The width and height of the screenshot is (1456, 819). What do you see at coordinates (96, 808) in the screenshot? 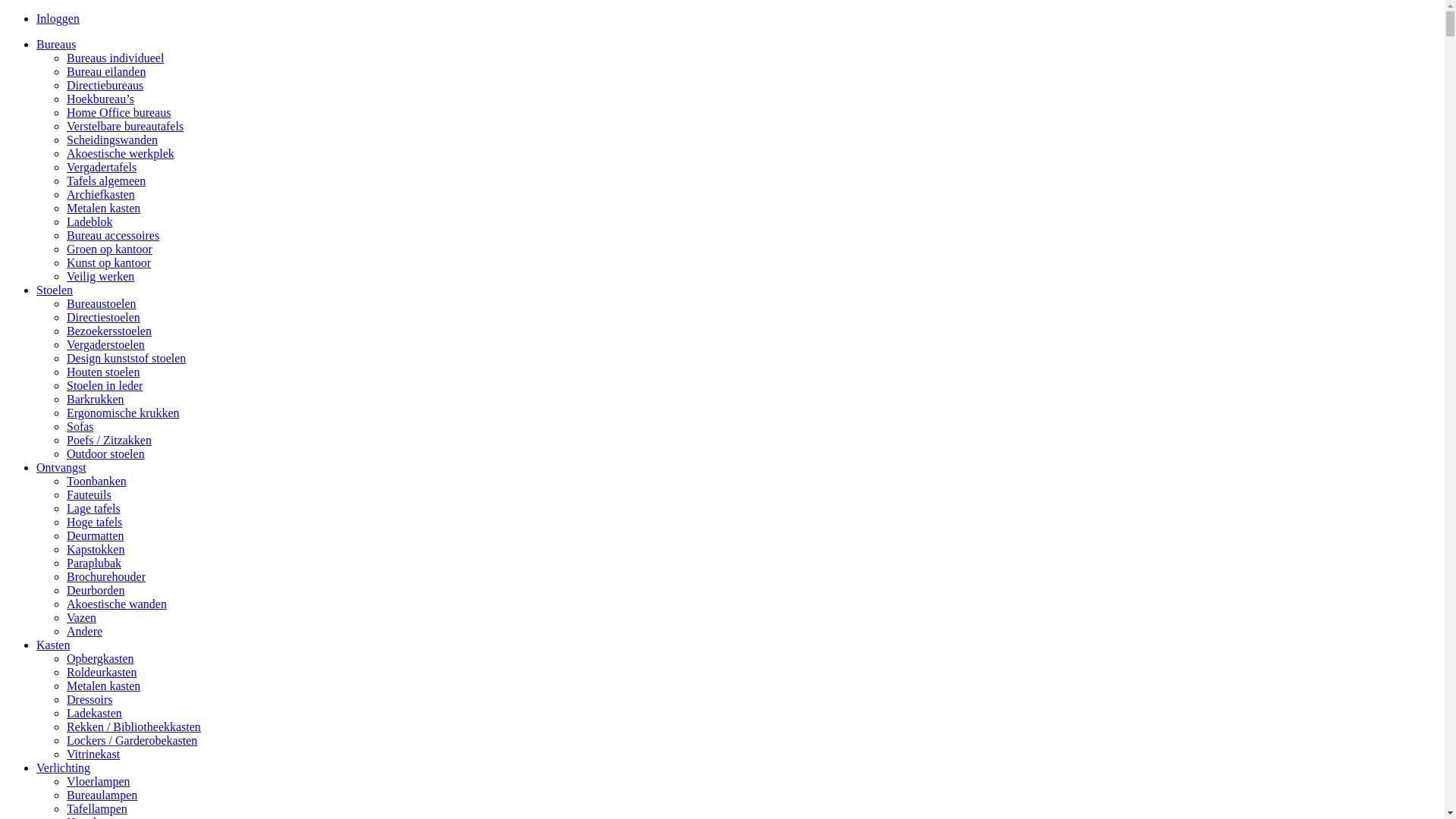
I see `'Tafellampen'` at bounding box center [96, 808].